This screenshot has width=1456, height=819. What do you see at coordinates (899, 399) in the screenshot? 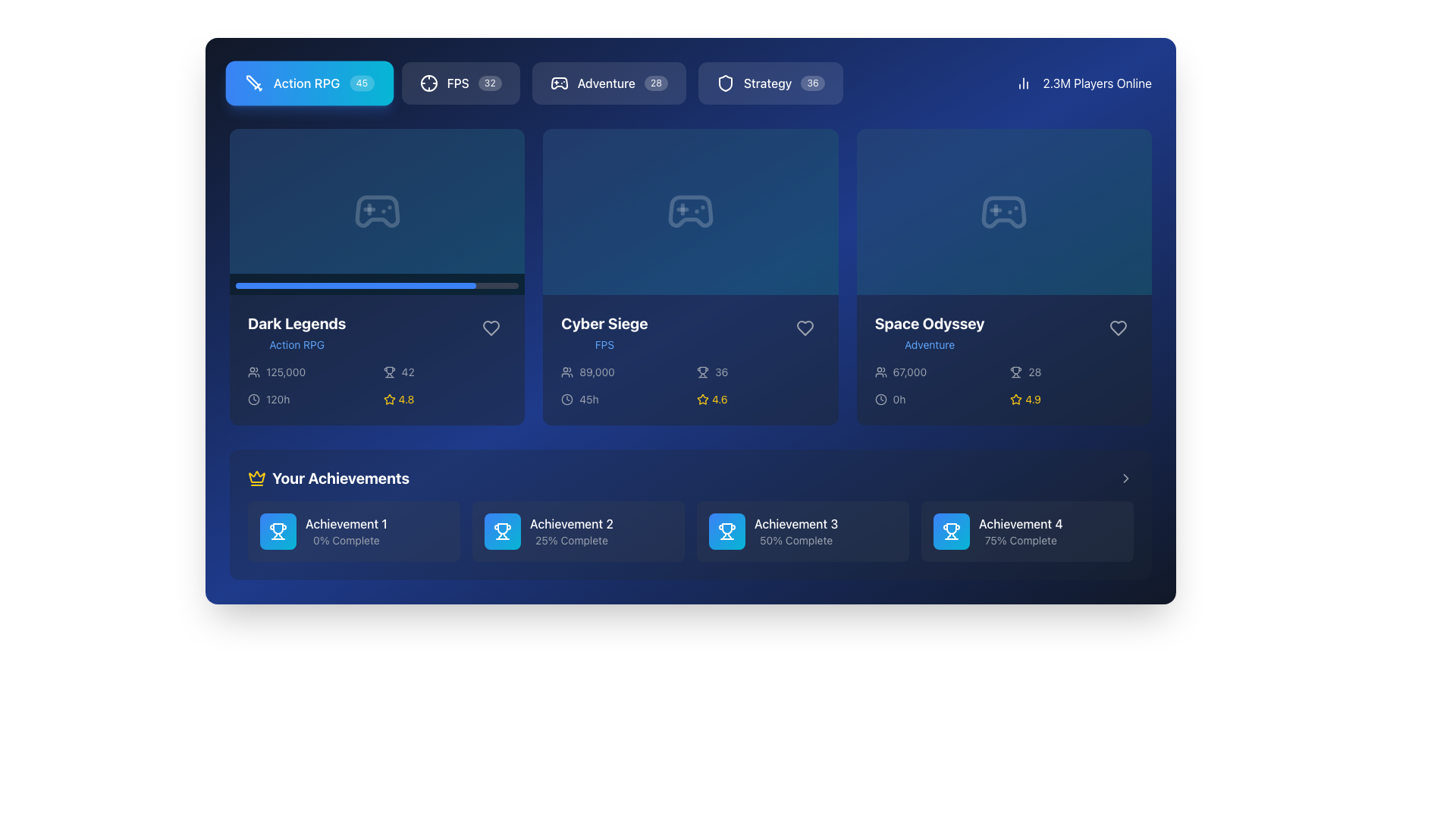
I see `the text label displaying '0h', which is styled in gray and located to the right of a clock icon in the lower section of the 'Space Odyssey' card` at bounding box center [899, 399].